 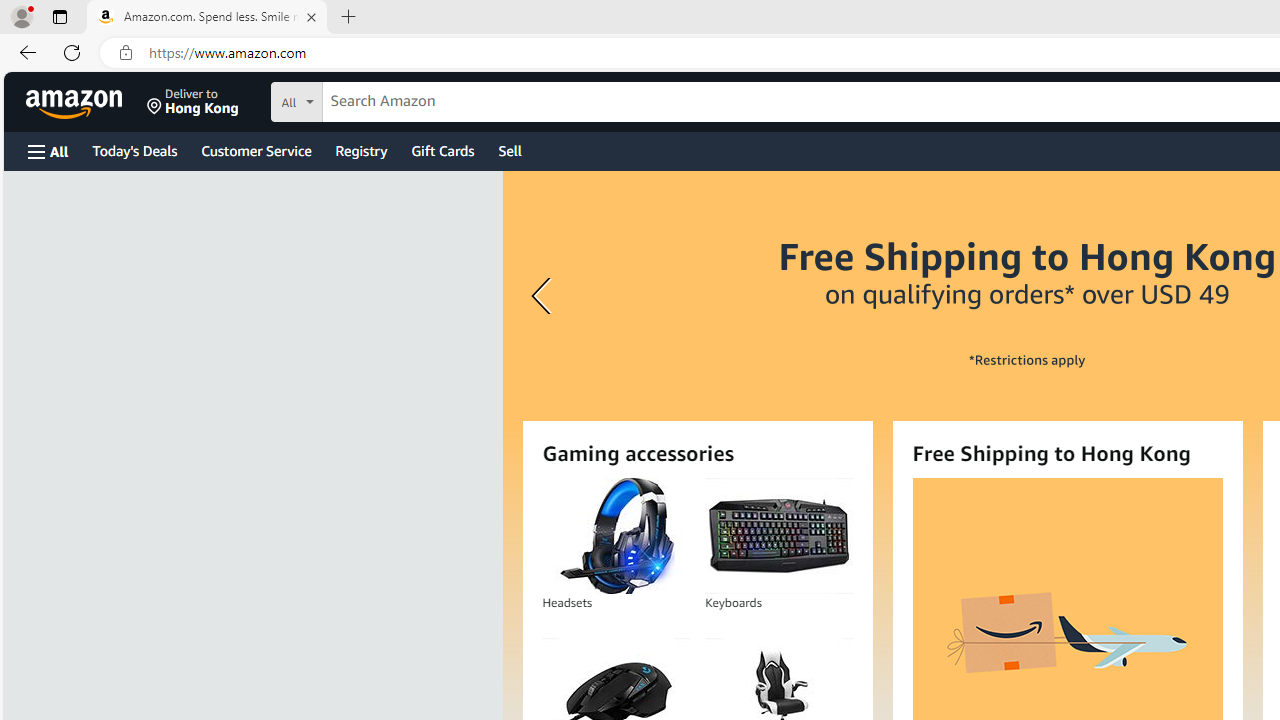 I want to click on 'Previous slide', so click(x=544, y=296).